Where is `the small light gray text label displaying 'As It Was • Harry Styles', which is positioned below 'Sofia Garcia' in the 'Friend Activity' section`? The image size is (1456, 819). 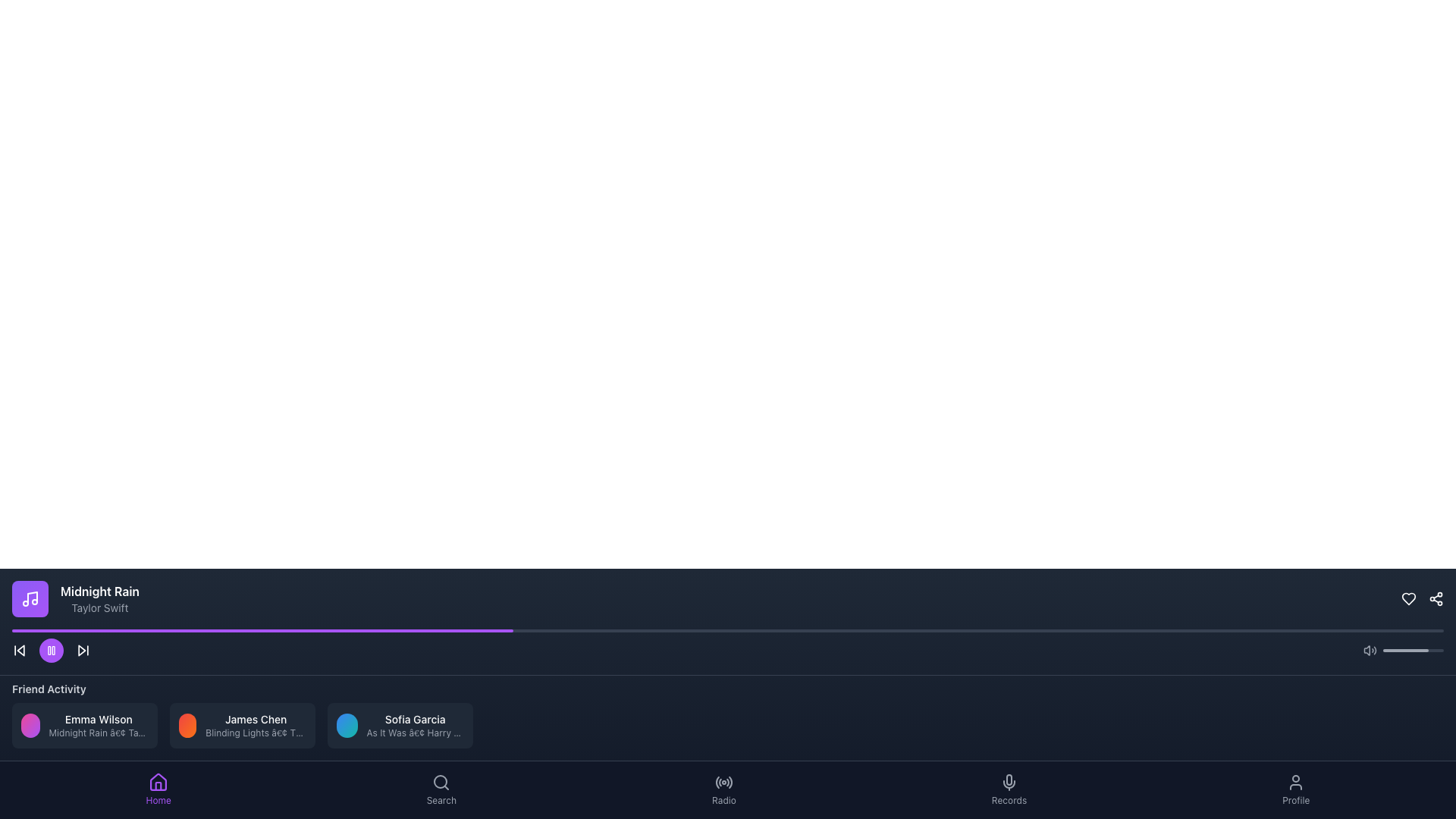
the small light gray text label displaying 'As It Was • Harry Styles', which is positioned below 'Sofia Garcia' in the 'Friend Activity' section is located at coordinates (415, 733).